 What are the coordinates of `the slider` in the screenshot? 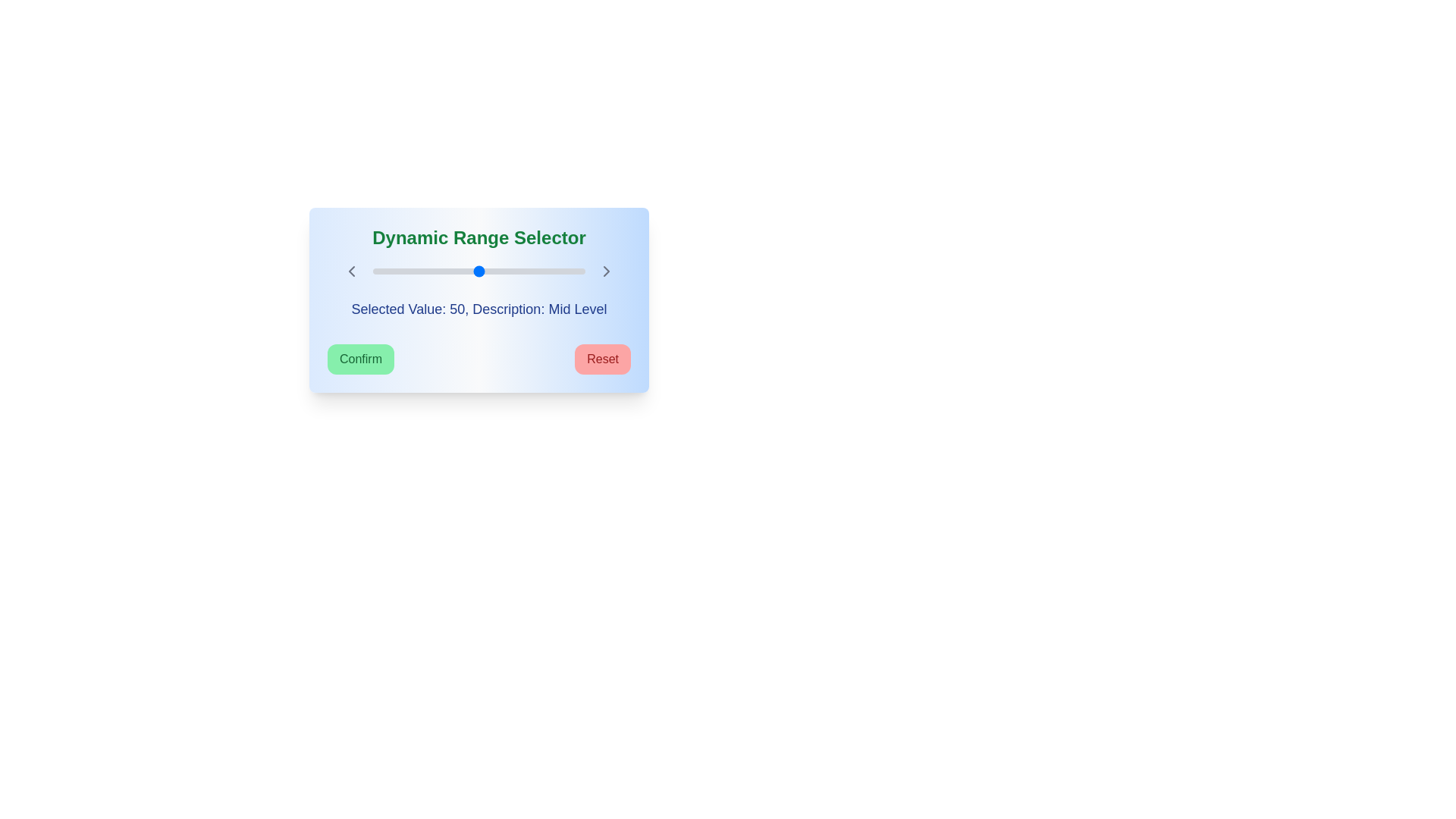 It's located at (398, 271).